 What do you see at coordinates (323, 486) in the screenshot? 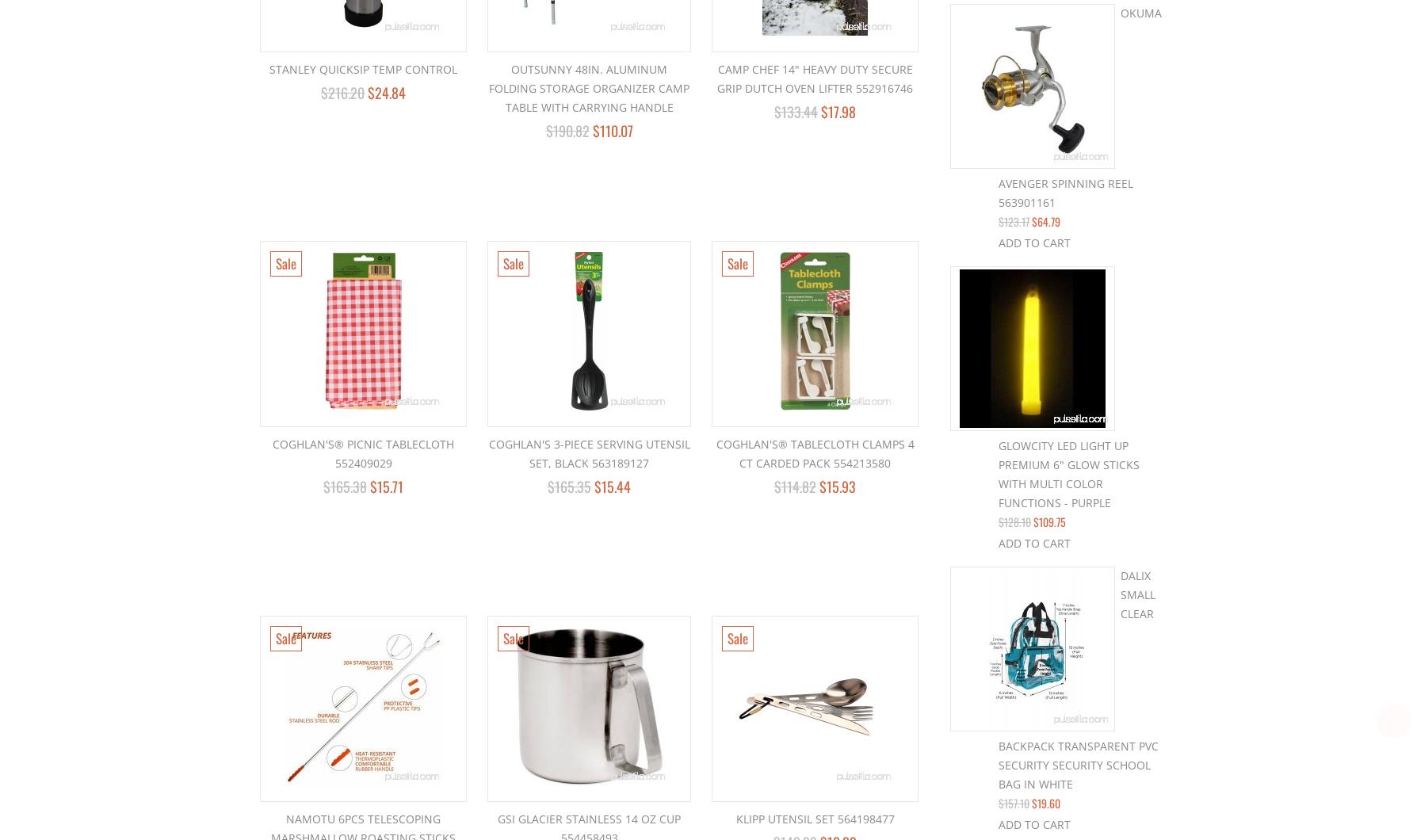
I see `'$165.38'` at bounding box center [323, 486].